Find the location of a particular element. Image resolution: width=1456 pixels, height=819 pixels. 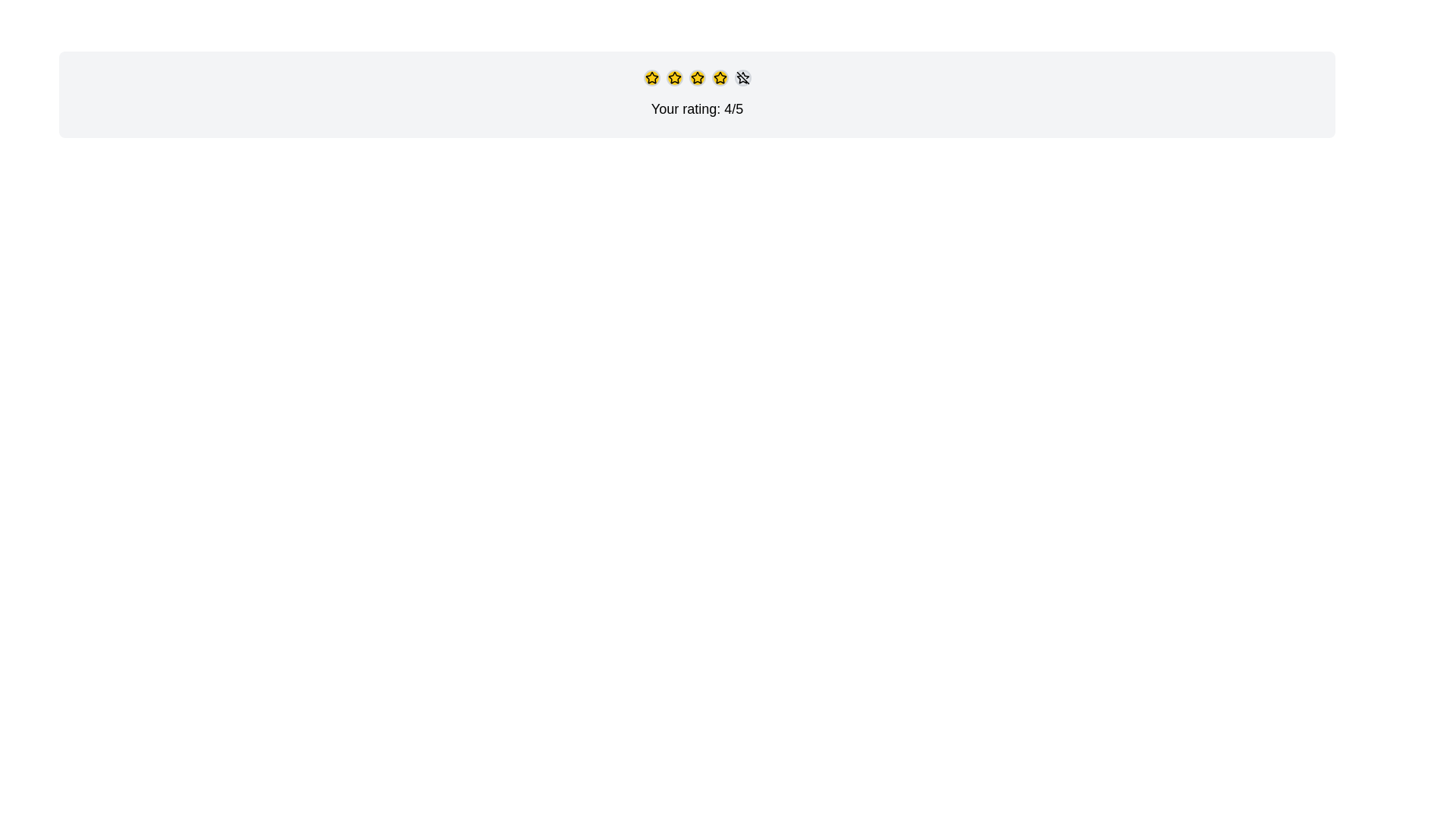

to select the second star in the horizontal rating system, which is marked in red to indicate the currently selected rating is located at coordinates (673, 77).